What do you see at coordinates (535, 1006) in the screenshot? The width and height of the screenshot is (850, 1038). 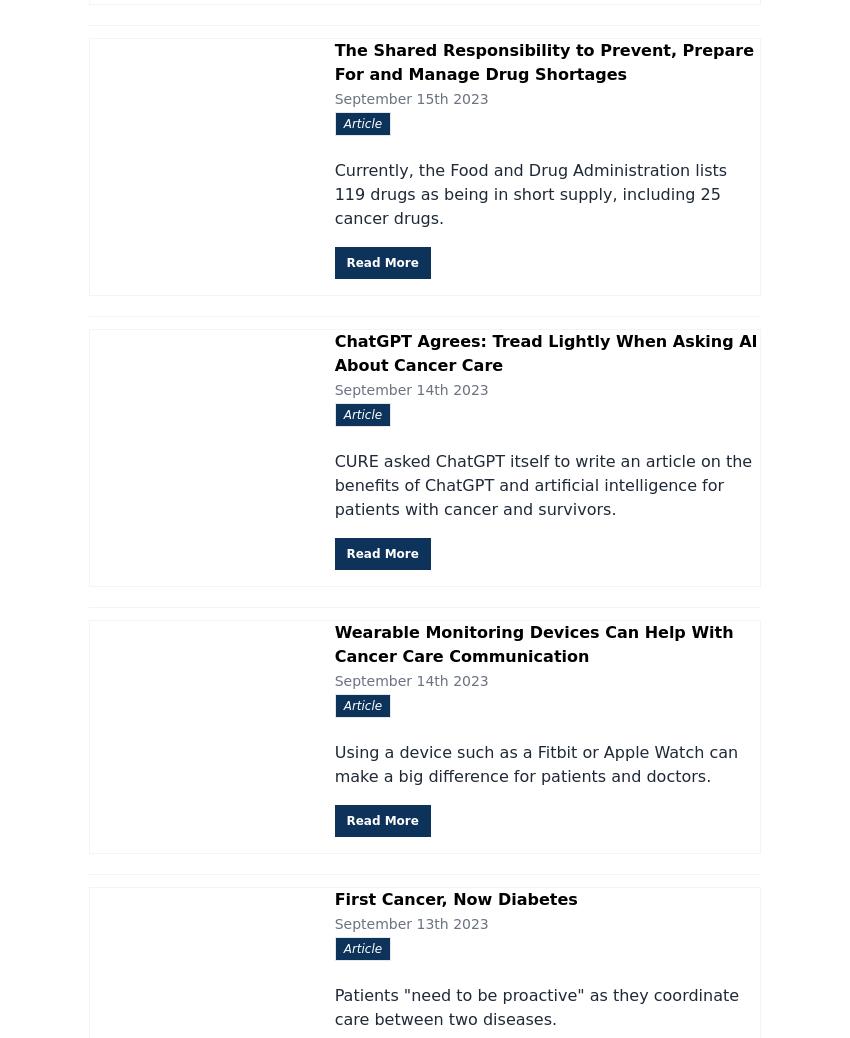 I see `'Patients "need to be proactive" as they coordinate care between two diseases.'` at bounding box center [535, 1006].